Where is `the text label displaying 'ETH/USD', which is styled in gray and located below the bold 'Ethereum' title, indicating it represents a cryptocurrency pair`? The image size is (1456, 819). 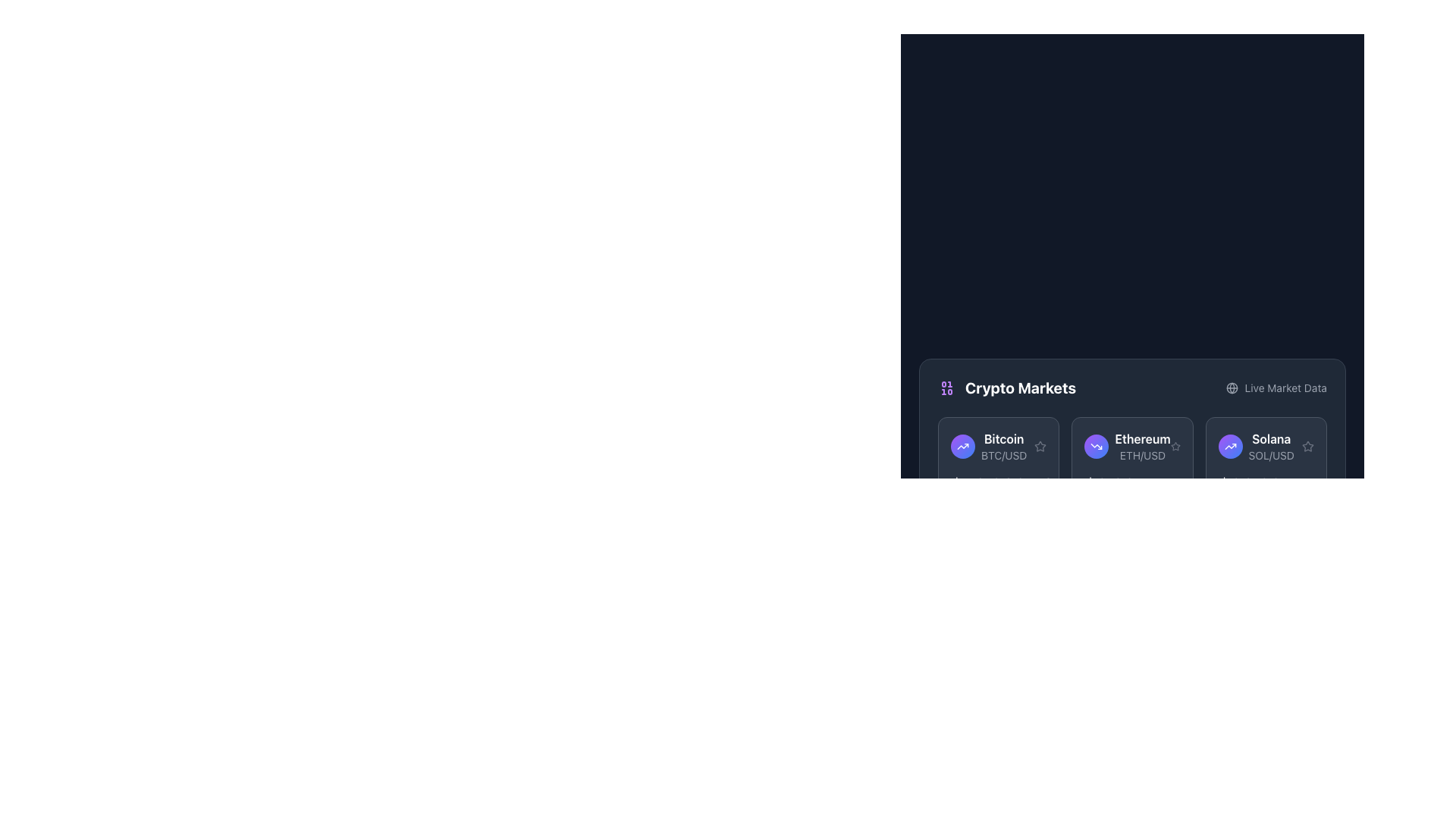
the text label displaying 'ETH/USD', which is styled in gray and located below the bold 'Ethereum' title, indicating it represents a cryptocurrency pair is located at coordinates (1143, 455).